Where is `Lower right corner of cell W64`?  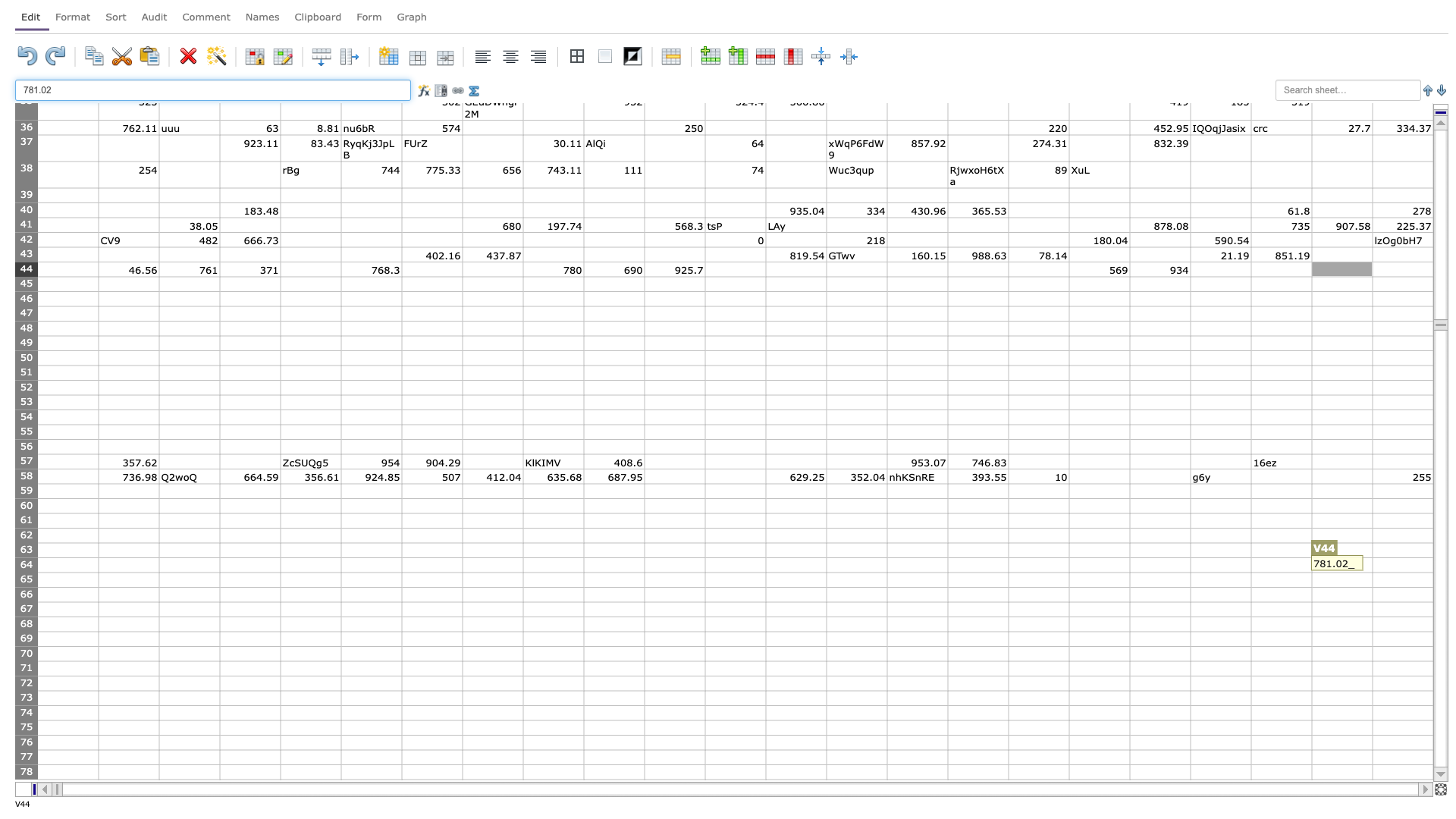 Lower right corner of cell W64 is located at coordinates (1432, 573).